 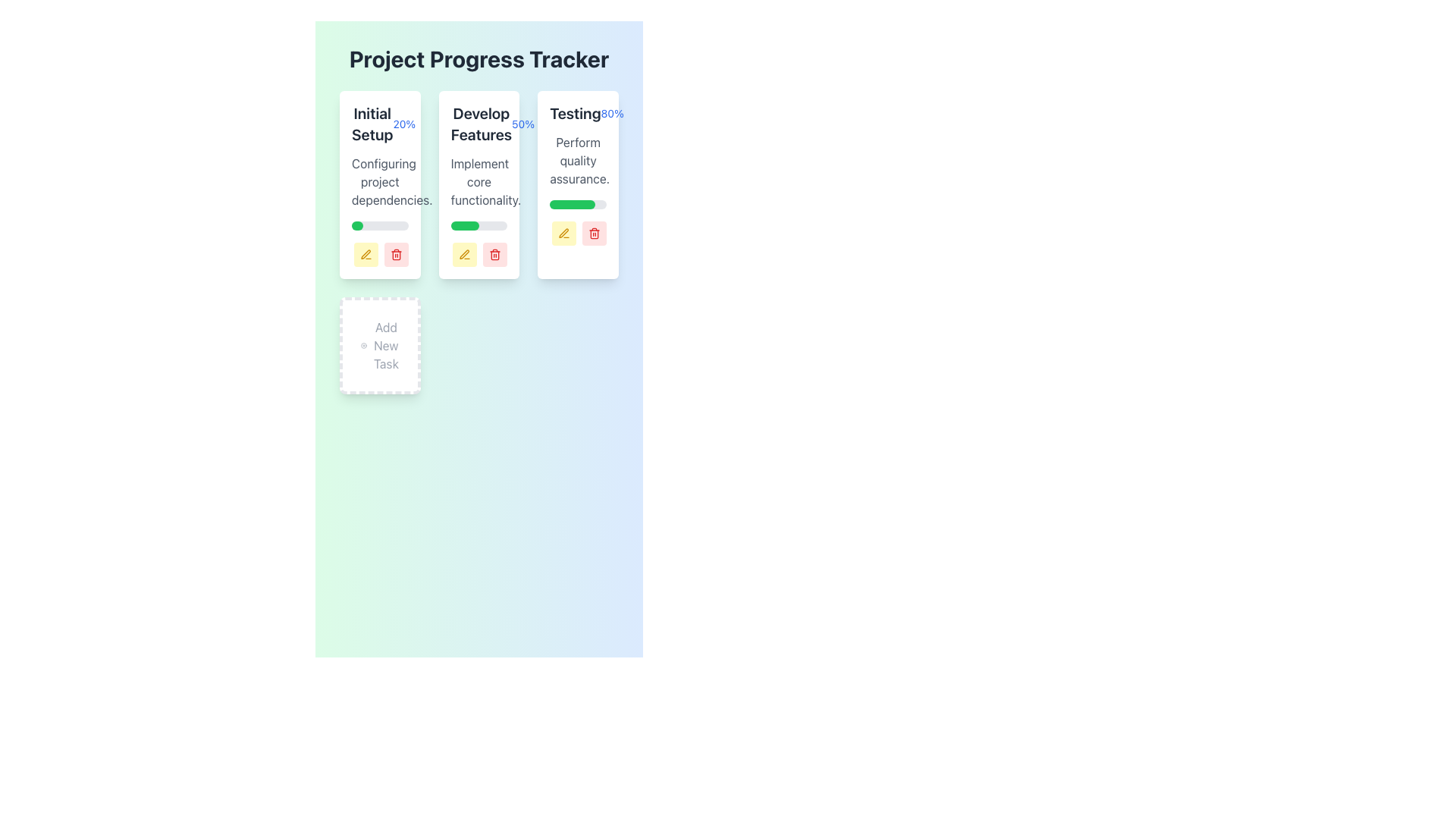 What do you see at coordinates (479, 58) in the screenshot?
I see `text of the heading that serves as the title for the project tracking section, located at the top of the interface and centered horizontally above the progress information grid` at bounding box center [479, 58].